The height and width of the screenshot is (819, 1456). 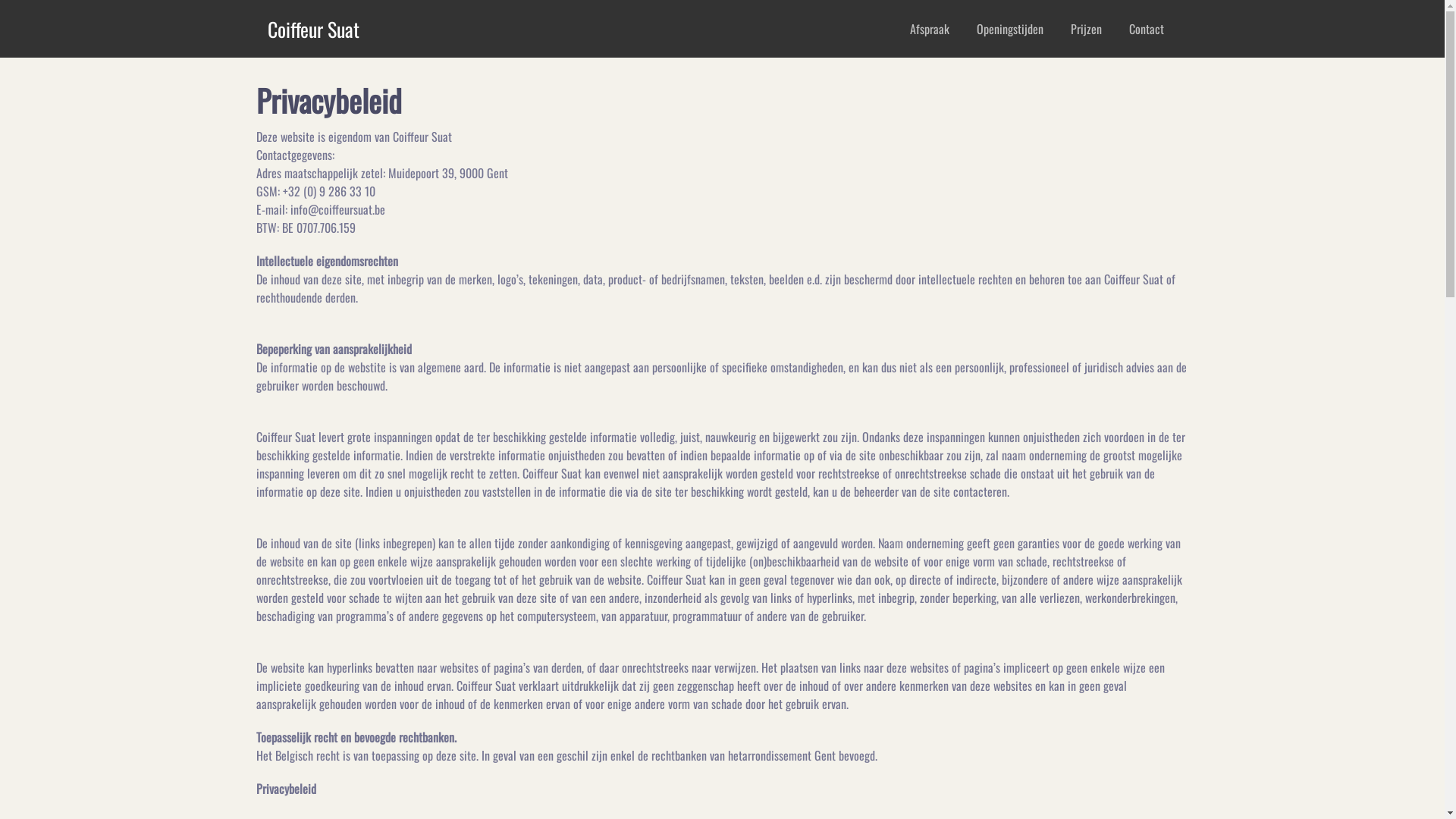 I want to click on 'Prijzen', so click(x=1085, y=29).